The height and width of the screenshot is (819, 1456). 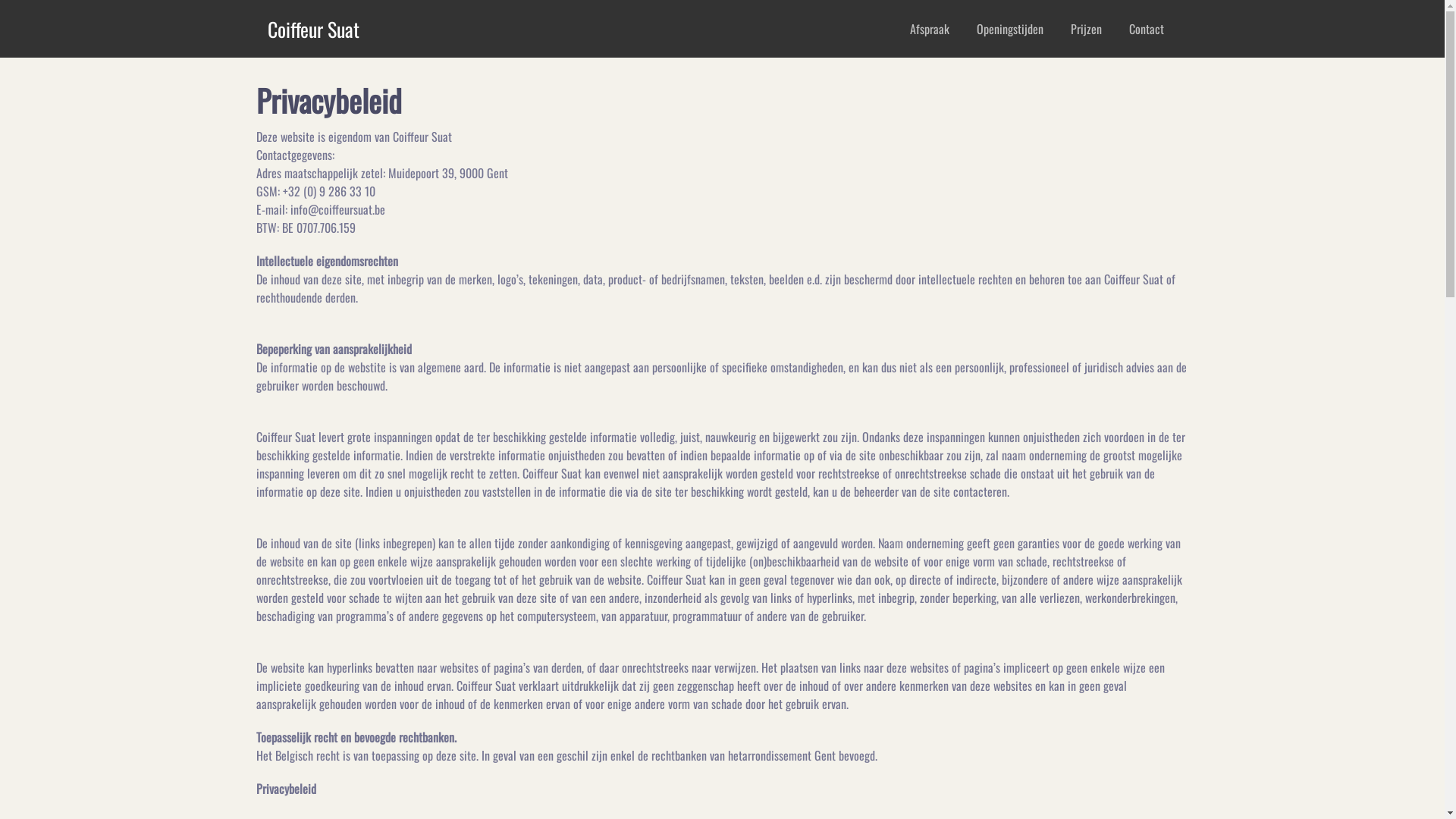 I want to click on 'Prijzen', so click(x=1085, y=29).